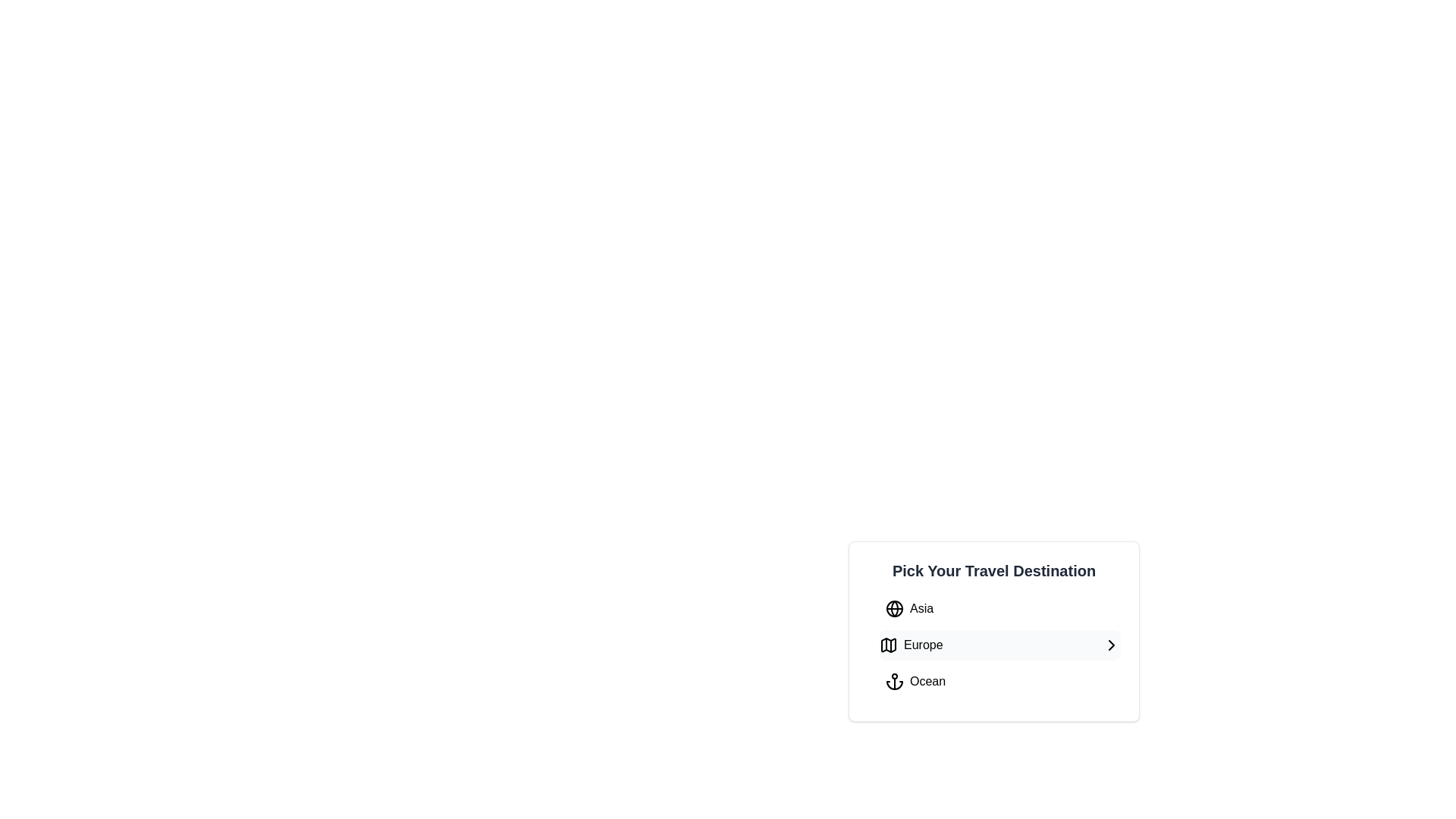 The width and height of the screenshot is (1456, 819). Describe the element at coordinates (993, 570) in the screenshot. I see `the static text label that serves as a header for the travel destination selection card, positioned at the top of the white rectangular card` at that location.